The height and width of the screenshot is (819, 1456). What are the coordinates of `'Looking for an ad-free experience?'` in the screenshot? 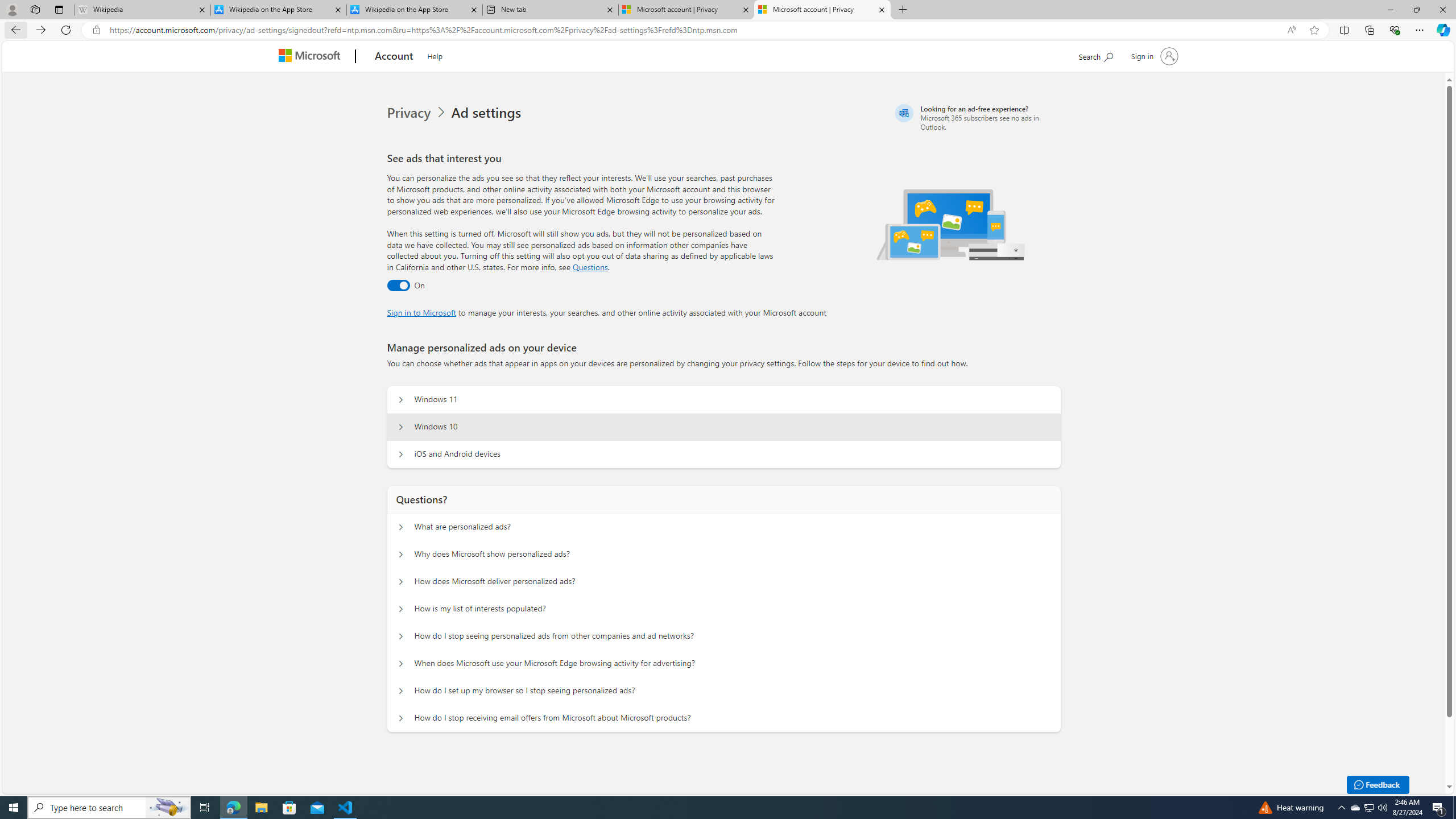 It's located at (976, 117).